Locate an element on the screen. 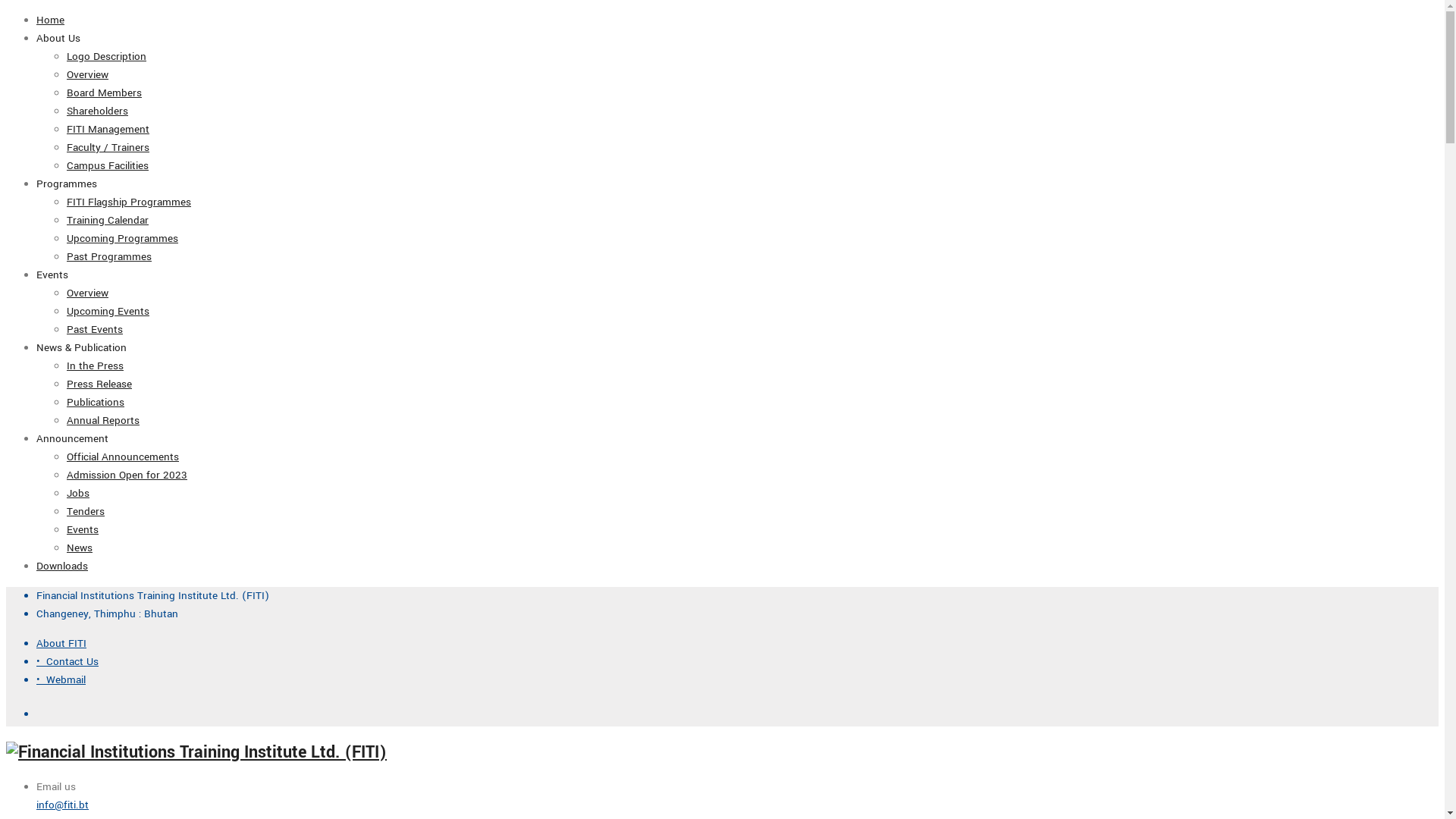  'Logo Description' is located at coordinates (105, 55).